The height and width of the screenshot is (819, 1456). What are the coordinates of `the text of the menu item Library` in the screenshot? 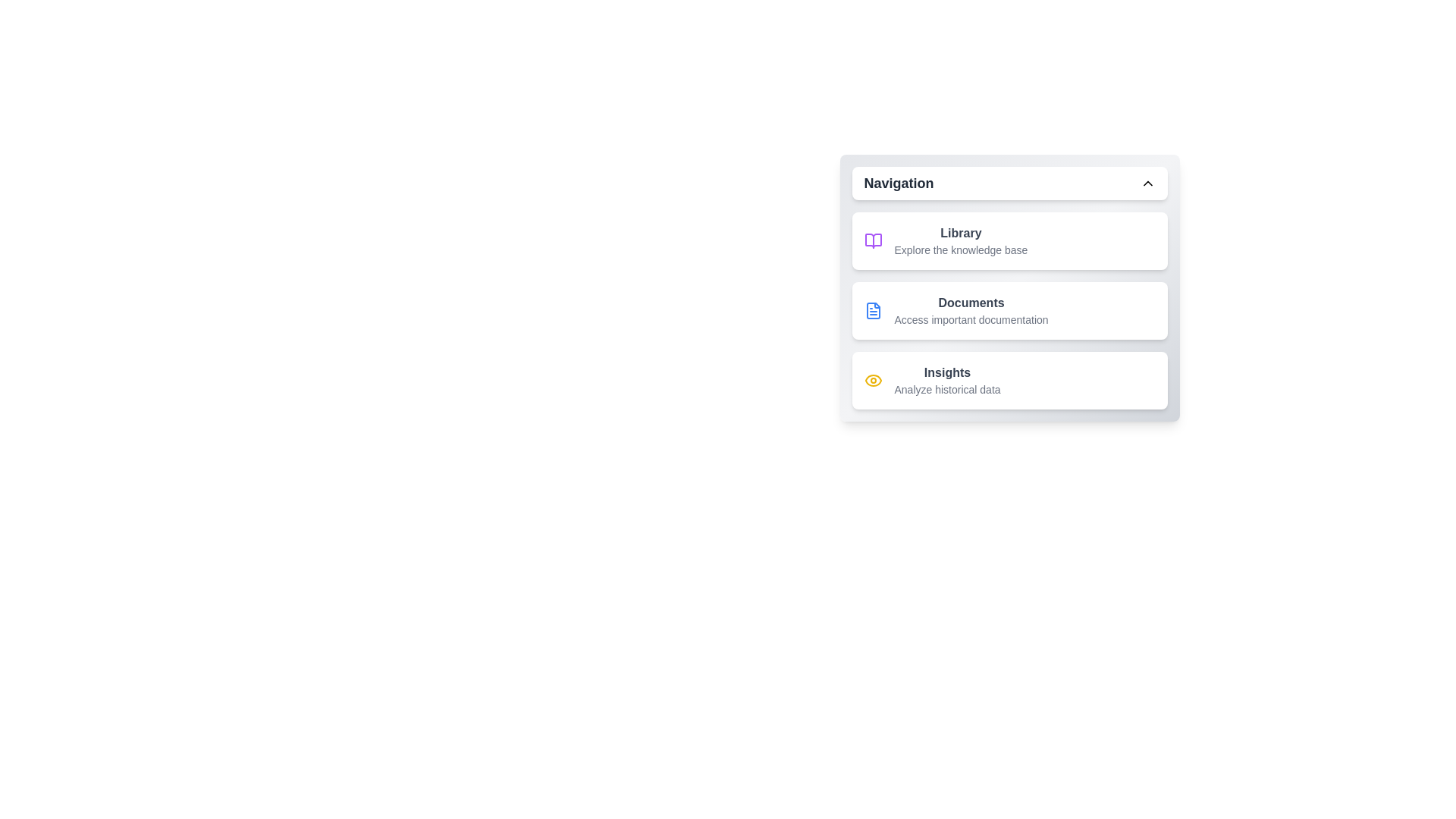 It's located at (910, 227).